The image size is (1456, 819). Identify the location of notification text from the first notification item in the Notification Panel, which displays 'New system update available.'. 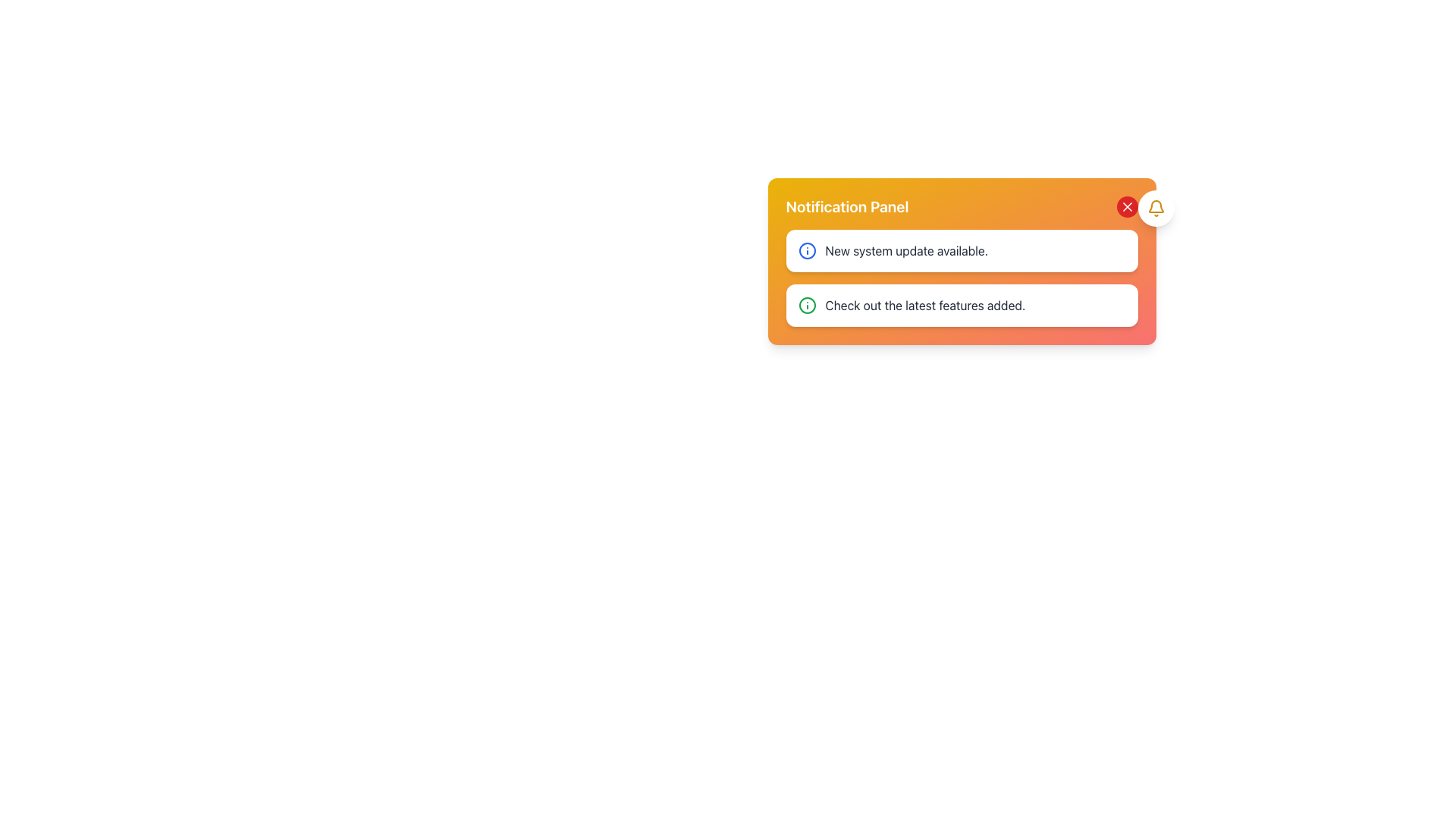
(961, 250).